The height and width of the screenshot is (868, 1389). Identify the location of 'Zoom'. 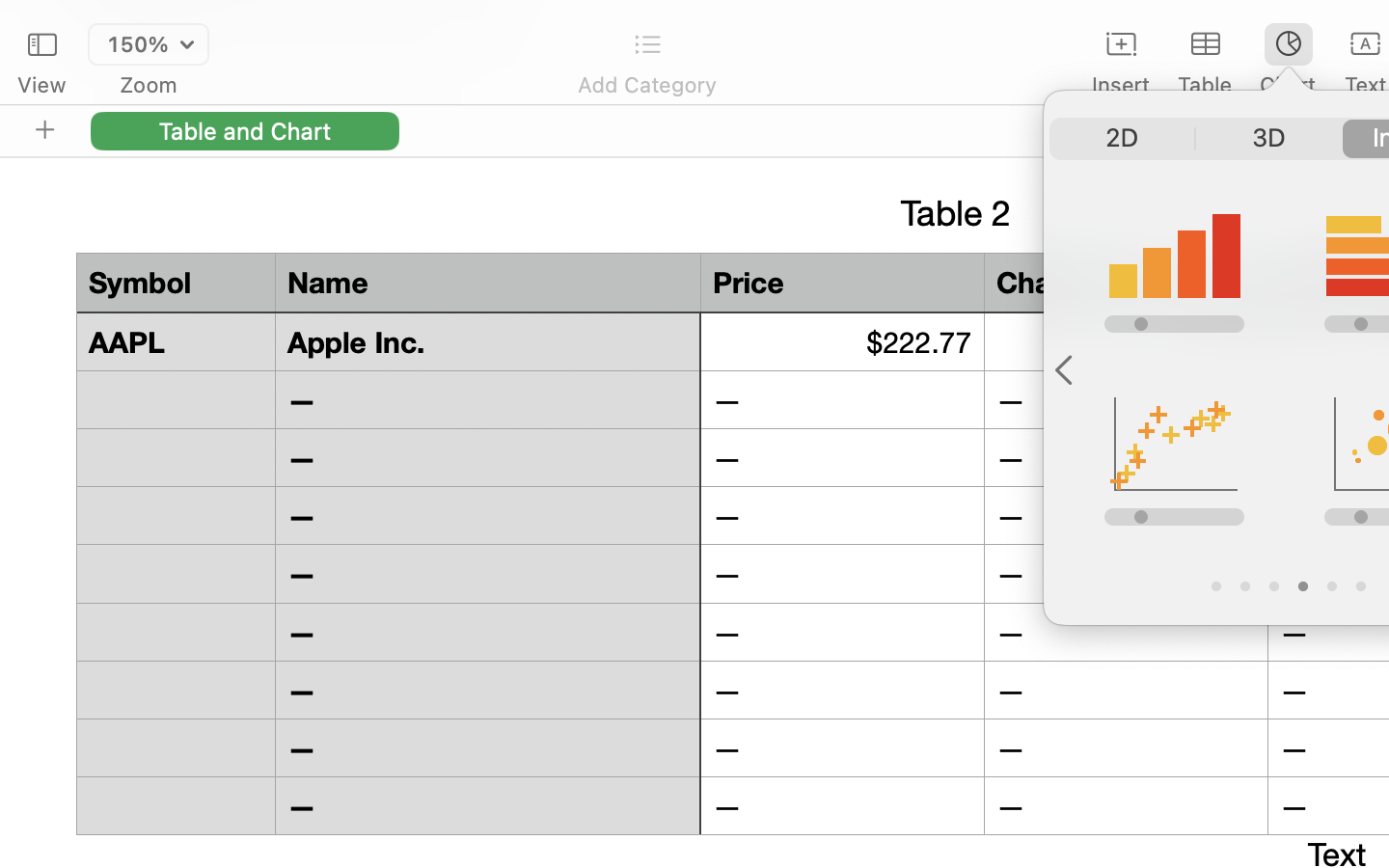
(147, 84).